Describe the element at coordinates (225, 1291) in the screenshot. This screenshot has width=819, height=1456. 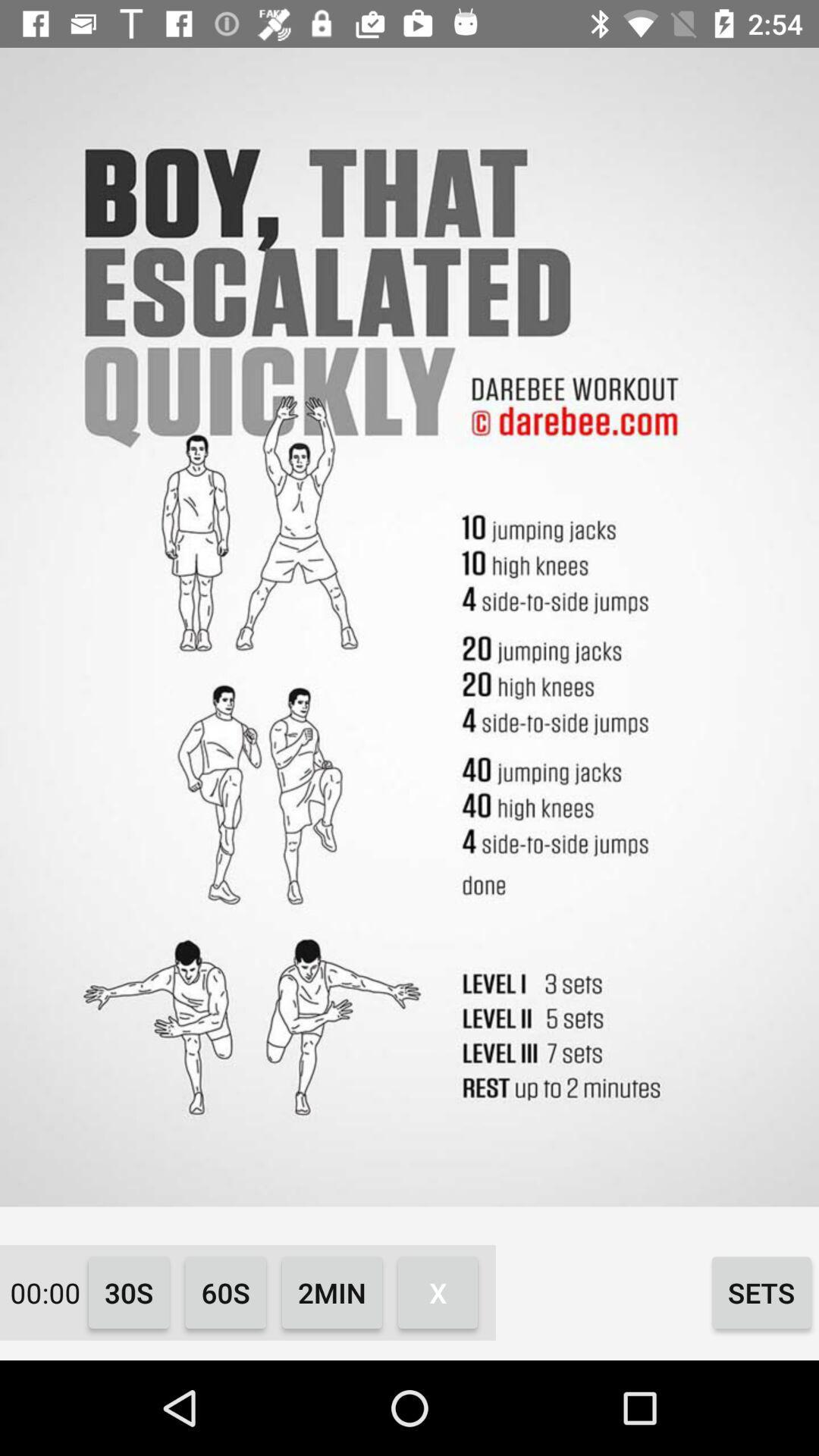
I see `the icon to the left of the 2min` at that location.